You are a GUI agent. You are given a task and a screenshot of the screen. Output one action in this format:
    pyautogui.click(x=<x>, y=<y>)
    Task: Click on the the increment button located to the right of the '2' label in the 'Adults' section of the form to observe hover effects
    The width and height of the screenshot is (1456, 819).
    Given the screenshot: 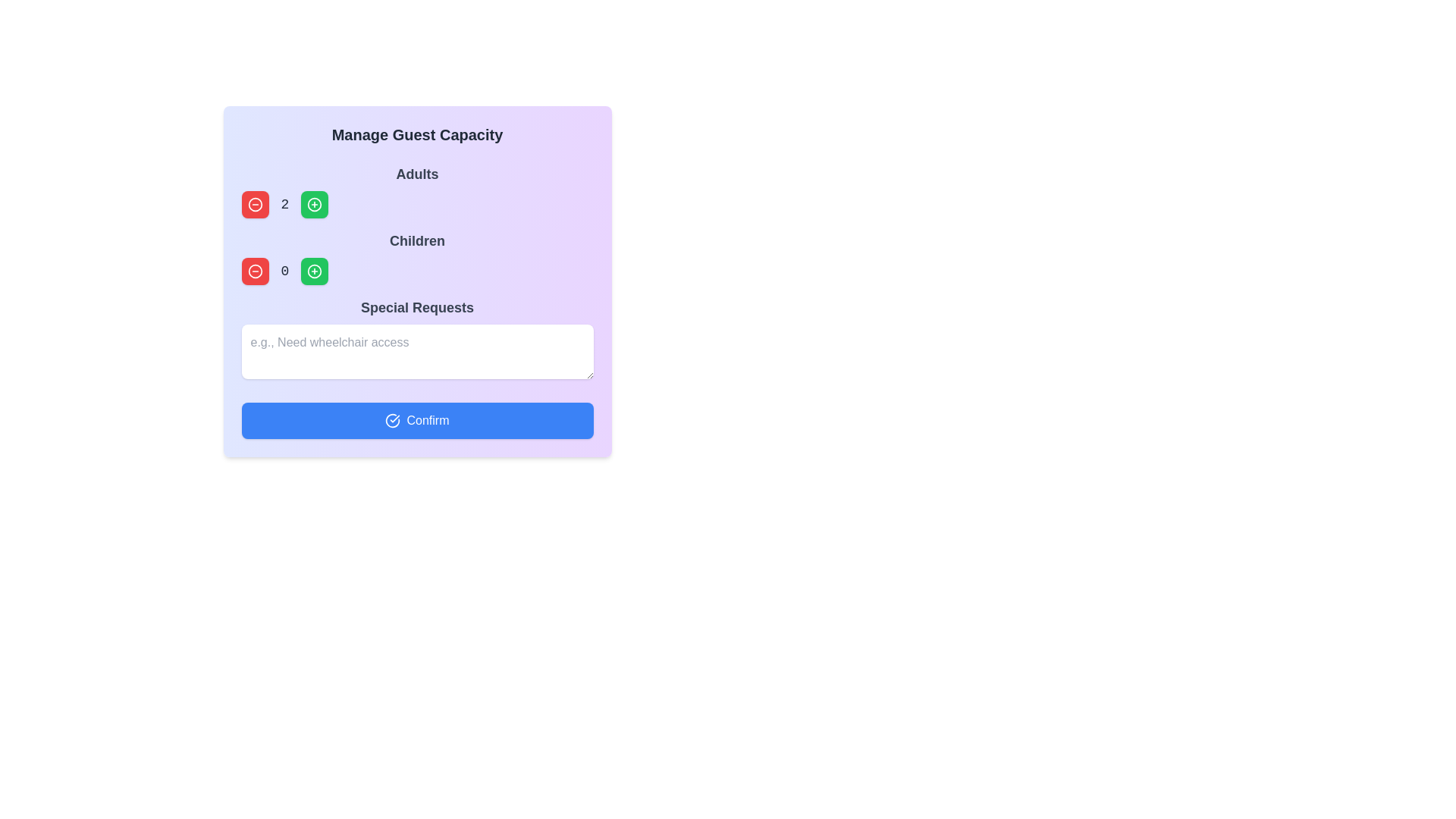 What is the action you would take?
    pyautogui.click(x=314, y=205)
    